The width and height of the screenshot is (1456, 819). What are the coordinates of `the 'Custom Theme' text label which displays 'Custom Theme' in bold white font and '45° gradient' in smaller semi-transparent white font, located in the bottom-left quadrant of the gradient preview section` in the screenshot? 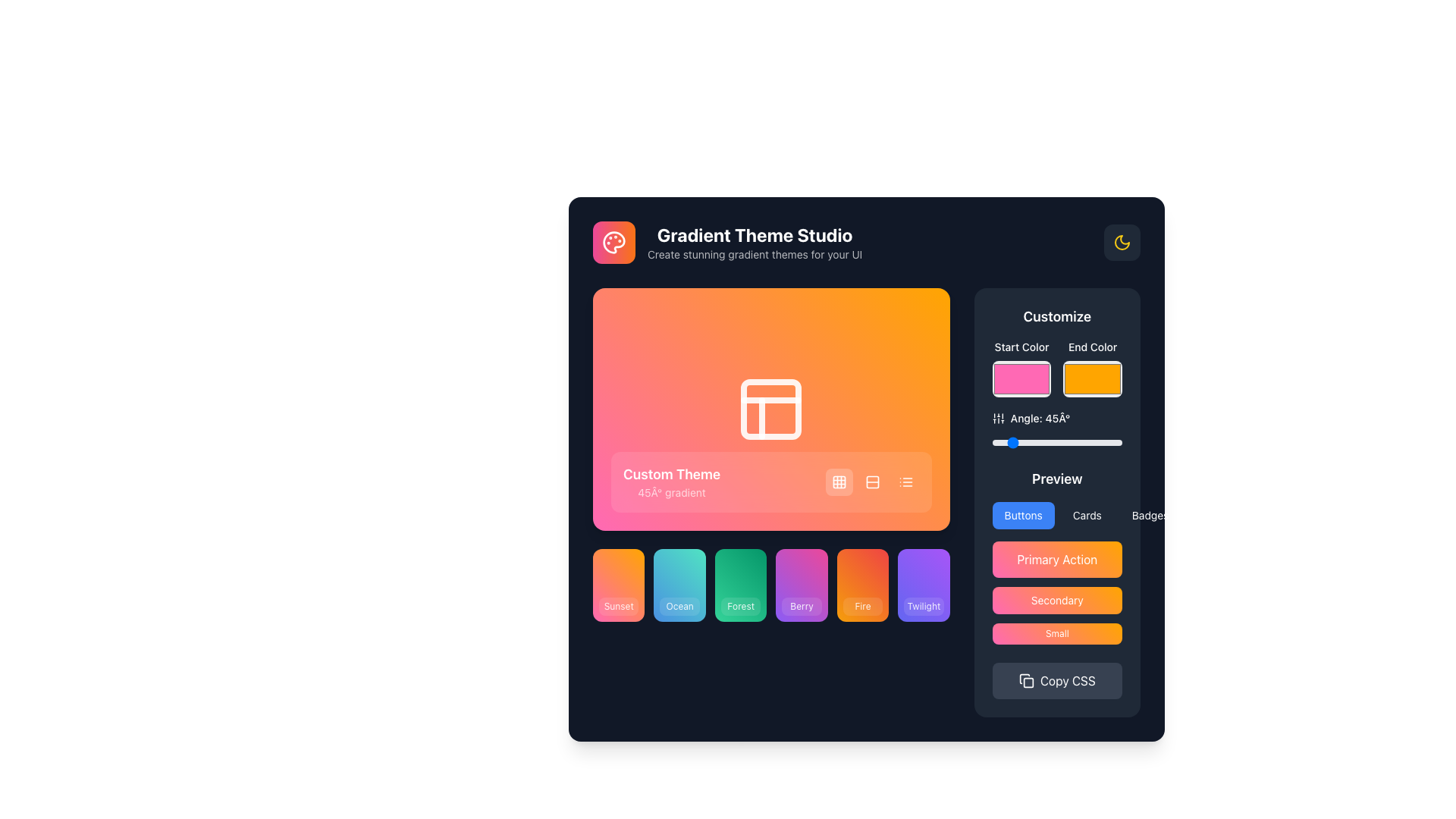 It's located at (671, 482).